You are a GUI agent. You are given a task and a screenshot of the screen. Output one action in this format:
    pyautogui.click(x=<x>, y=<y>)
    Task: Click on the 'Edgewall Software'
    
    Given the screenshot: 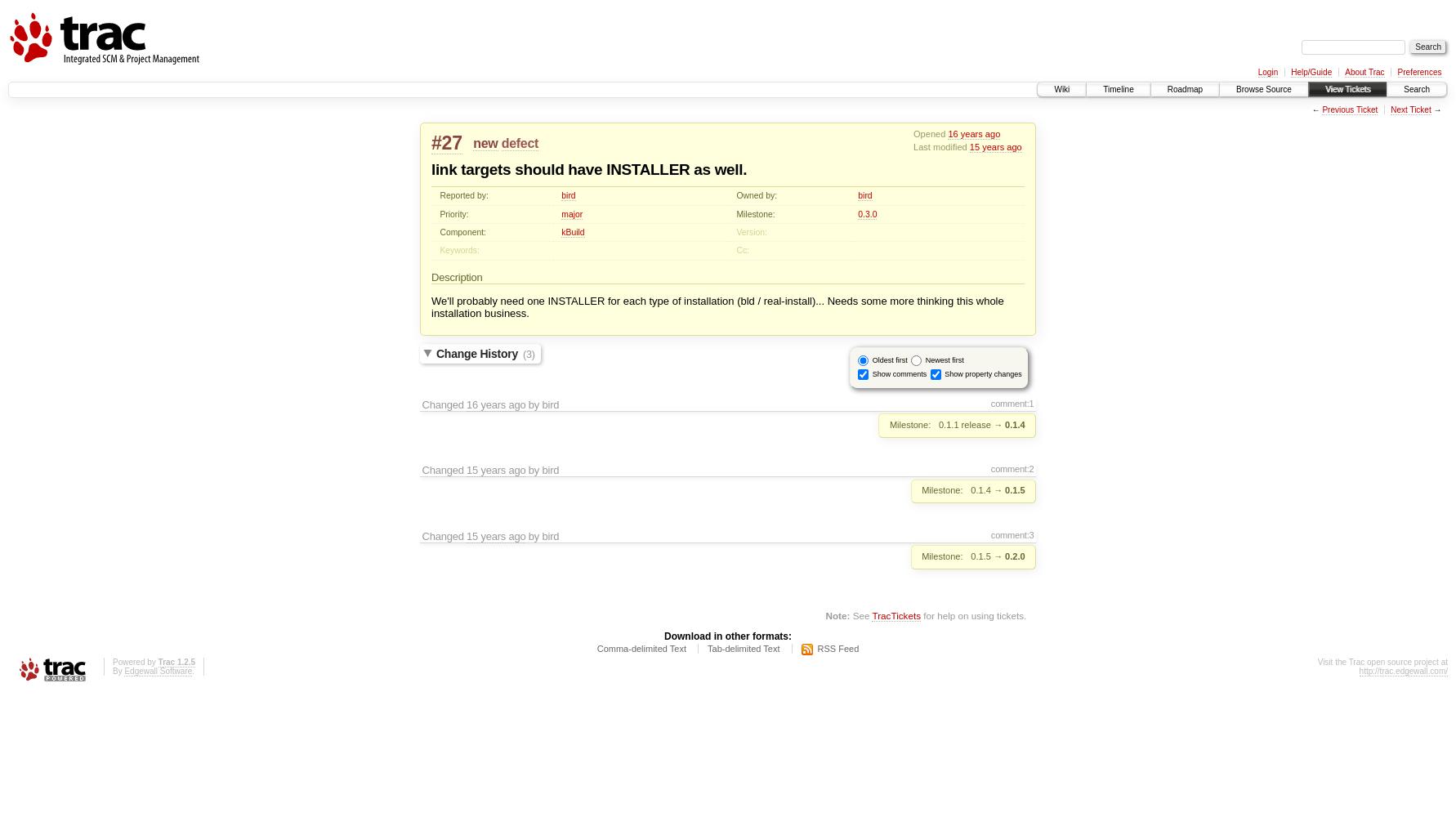 What is the action you would take?
    pyautogui.click(x=158, y=670)
    